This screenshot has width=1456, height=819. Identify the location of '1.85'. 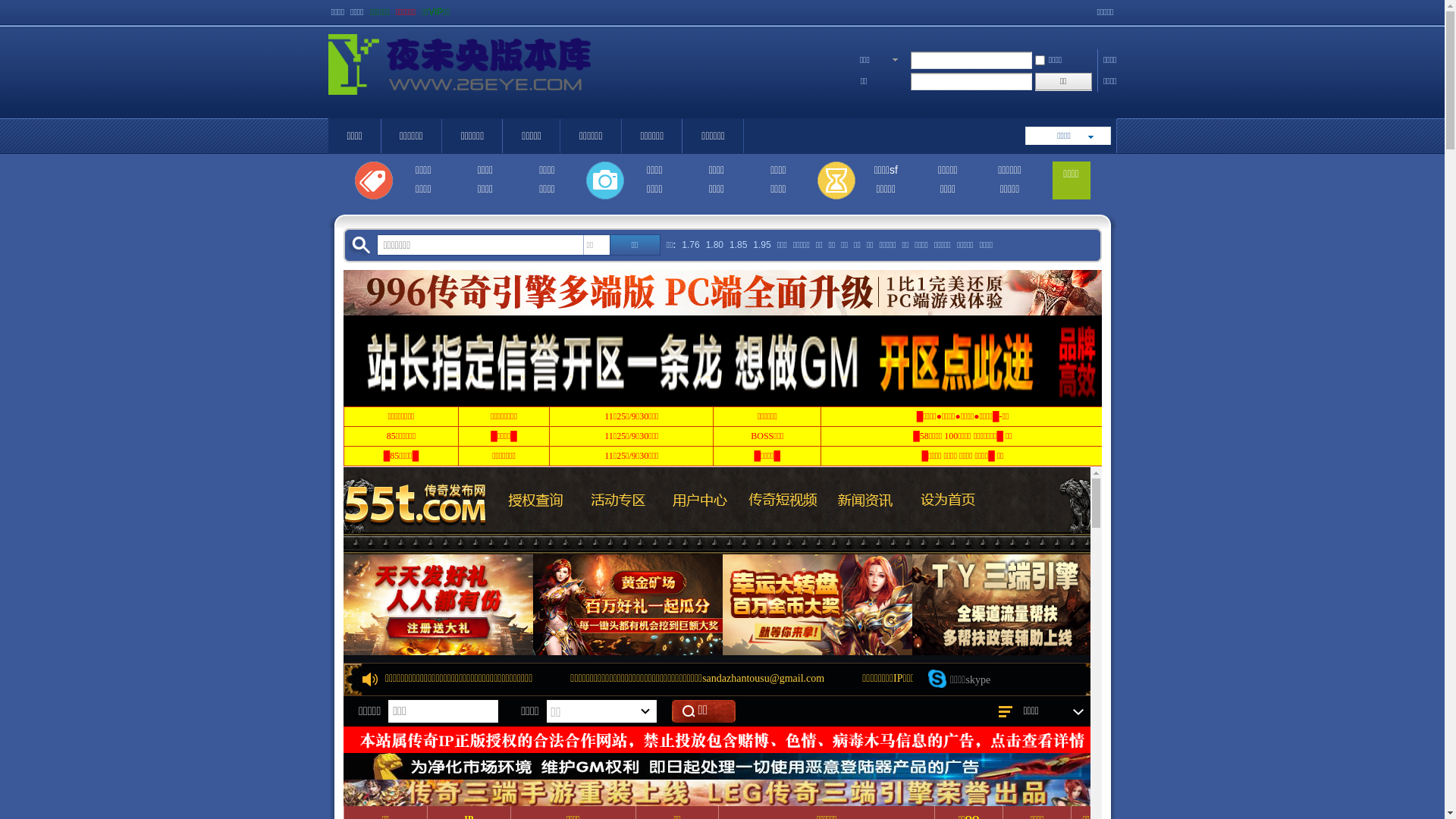
(729, 244).